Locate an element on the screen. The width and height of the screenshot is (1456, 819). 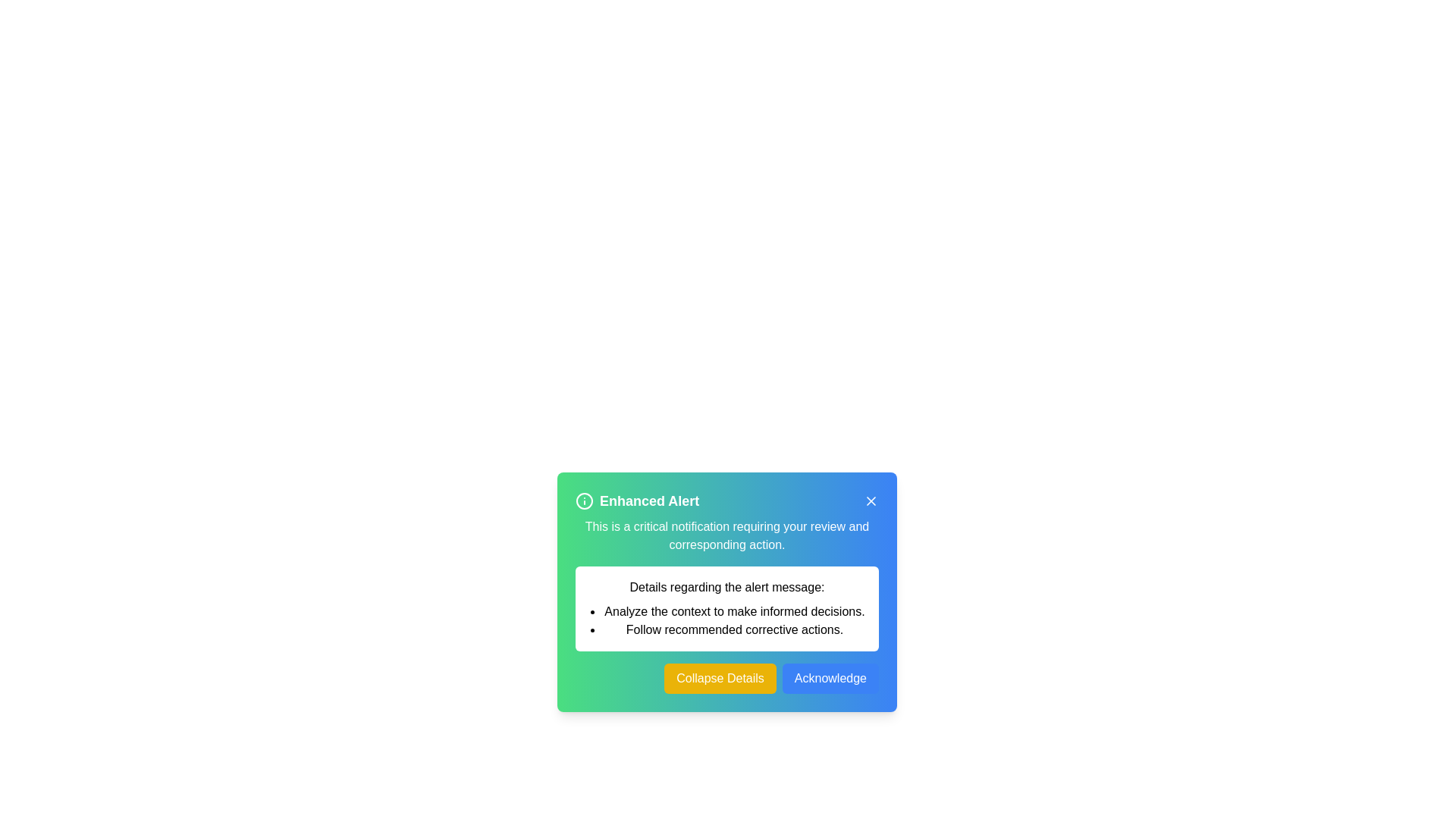
the close button located in the top-right corner of the notification dialog is located at coordinates (871, 500).